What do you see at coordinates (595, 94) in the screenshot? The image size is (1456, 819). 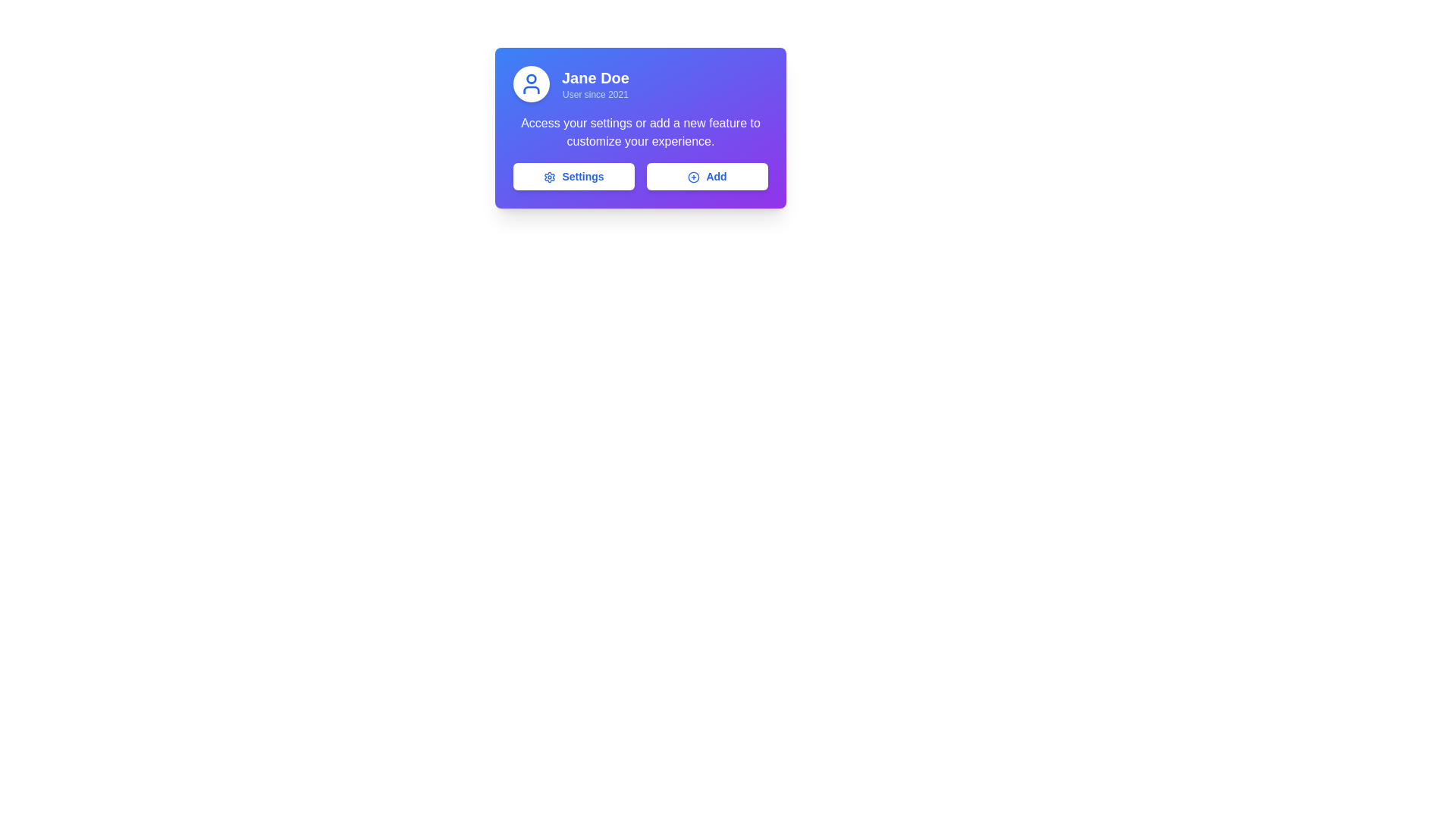 I see `the text label displaying 'User since 2021' in blue font color, located below 'Jane Doe' within the card with a gradient background` at bounding box center [595, 94].